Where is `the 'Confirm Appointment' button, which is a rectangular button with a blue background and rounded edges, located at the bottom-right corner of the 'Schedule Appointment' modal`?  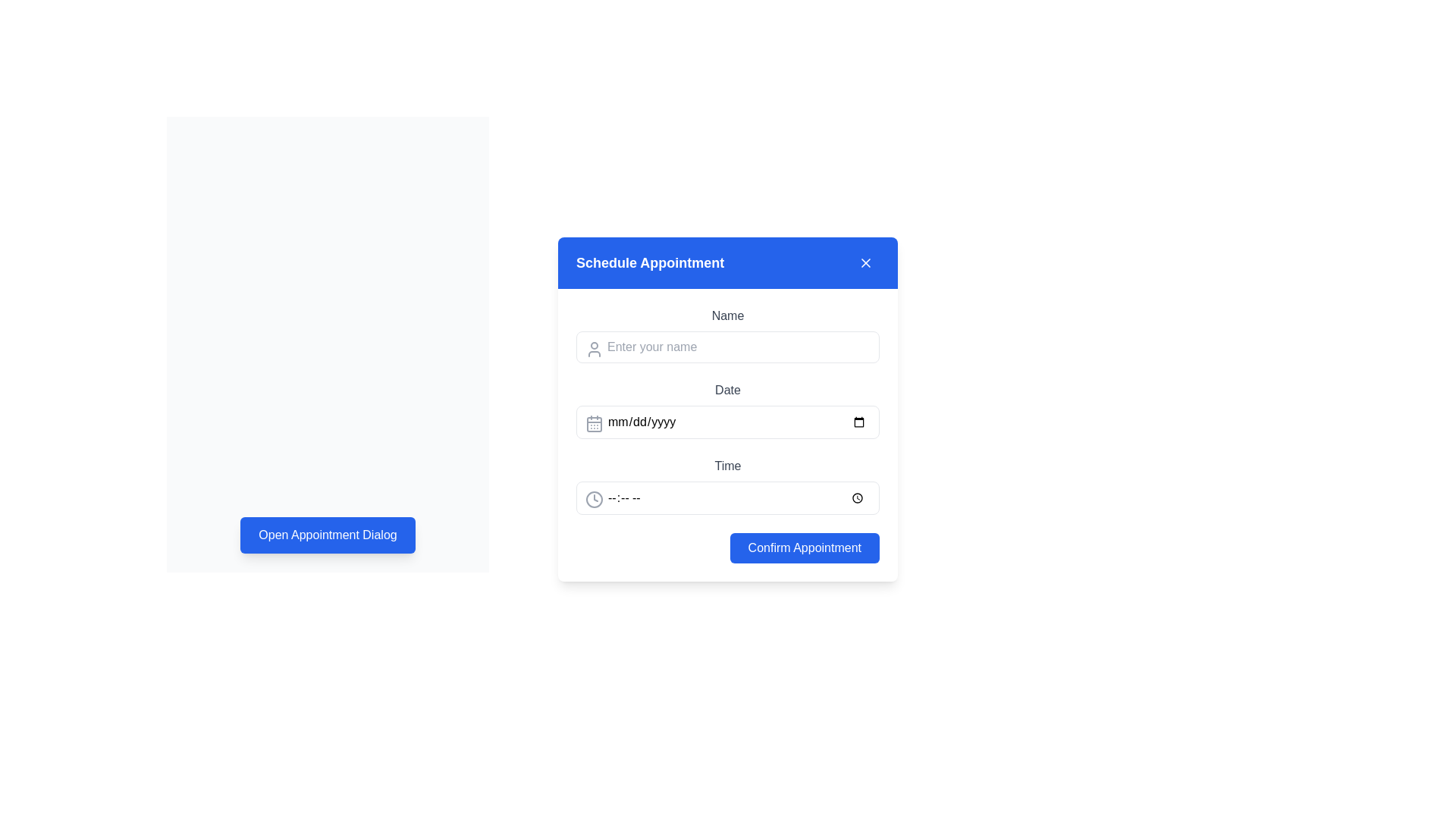 the 'Confirm Appointment' button, which is a rectangular button with a blue background and rounded edges, located at the bottom-right corner of the 'Schedule Appointment' modal is located at coordinates (728, 548).